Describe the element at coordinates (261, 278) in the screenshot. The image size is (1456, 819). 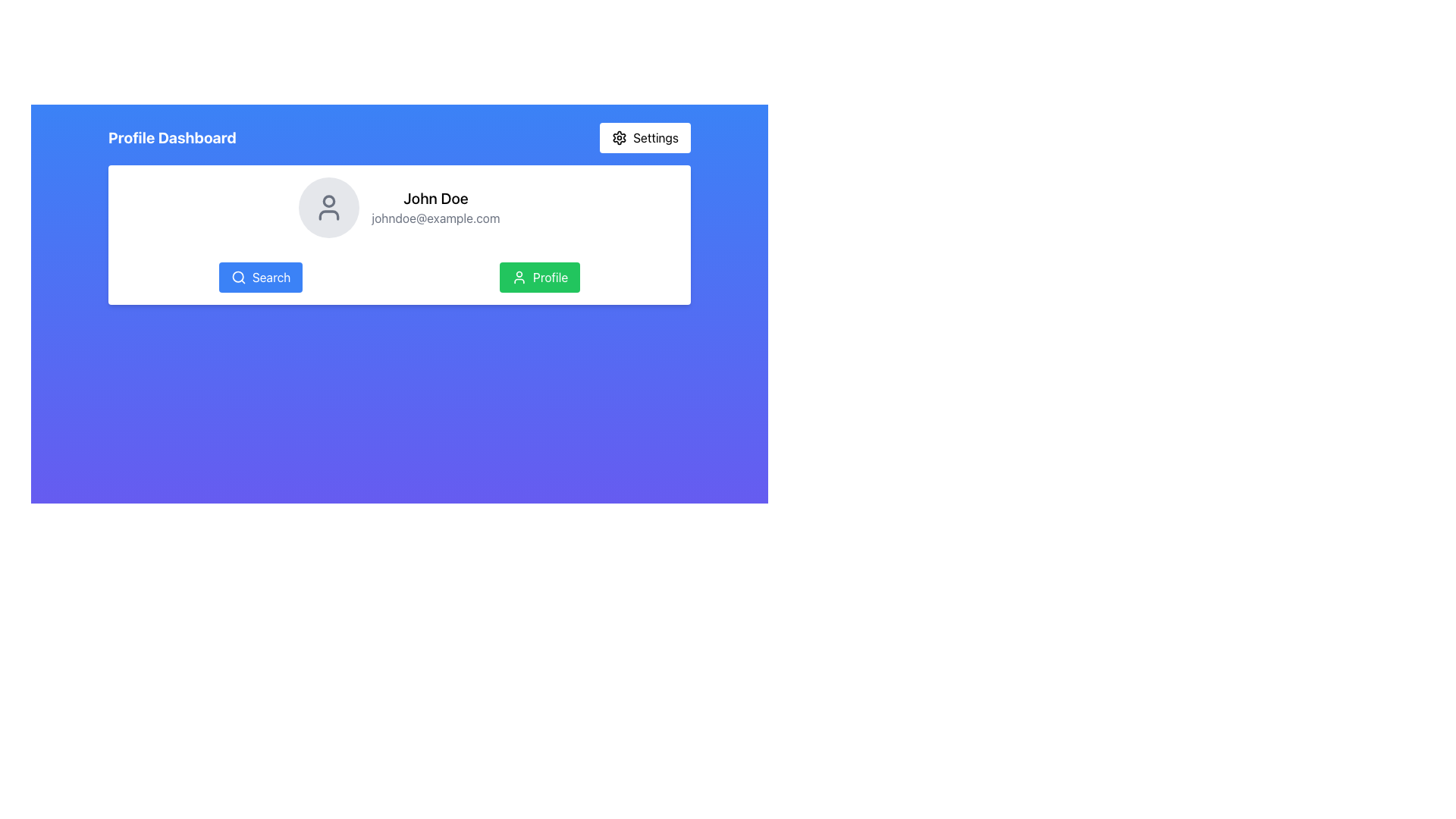
I see `the 'Search' button with a rounded blue background and white text` at that location.